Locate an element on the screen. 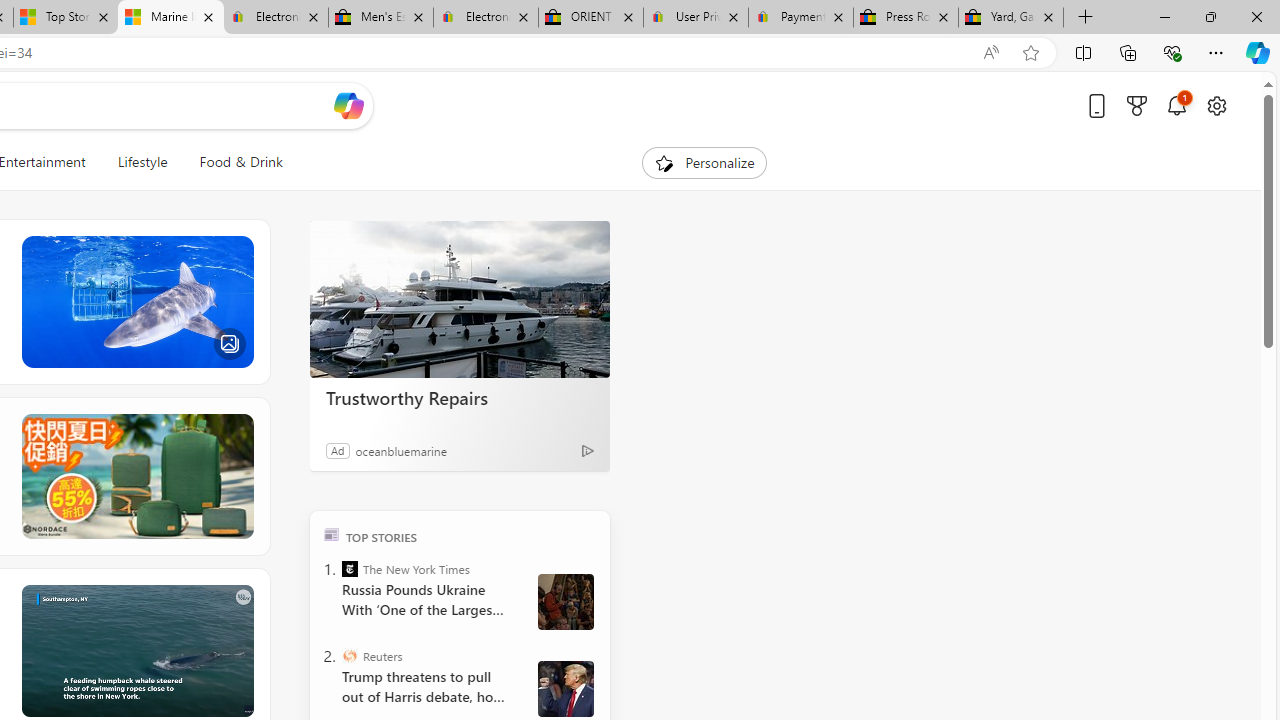 The width and height of the screenshot is (1280, 720). 'Trustworthy Repairs' is located at coordinates (459, 299).